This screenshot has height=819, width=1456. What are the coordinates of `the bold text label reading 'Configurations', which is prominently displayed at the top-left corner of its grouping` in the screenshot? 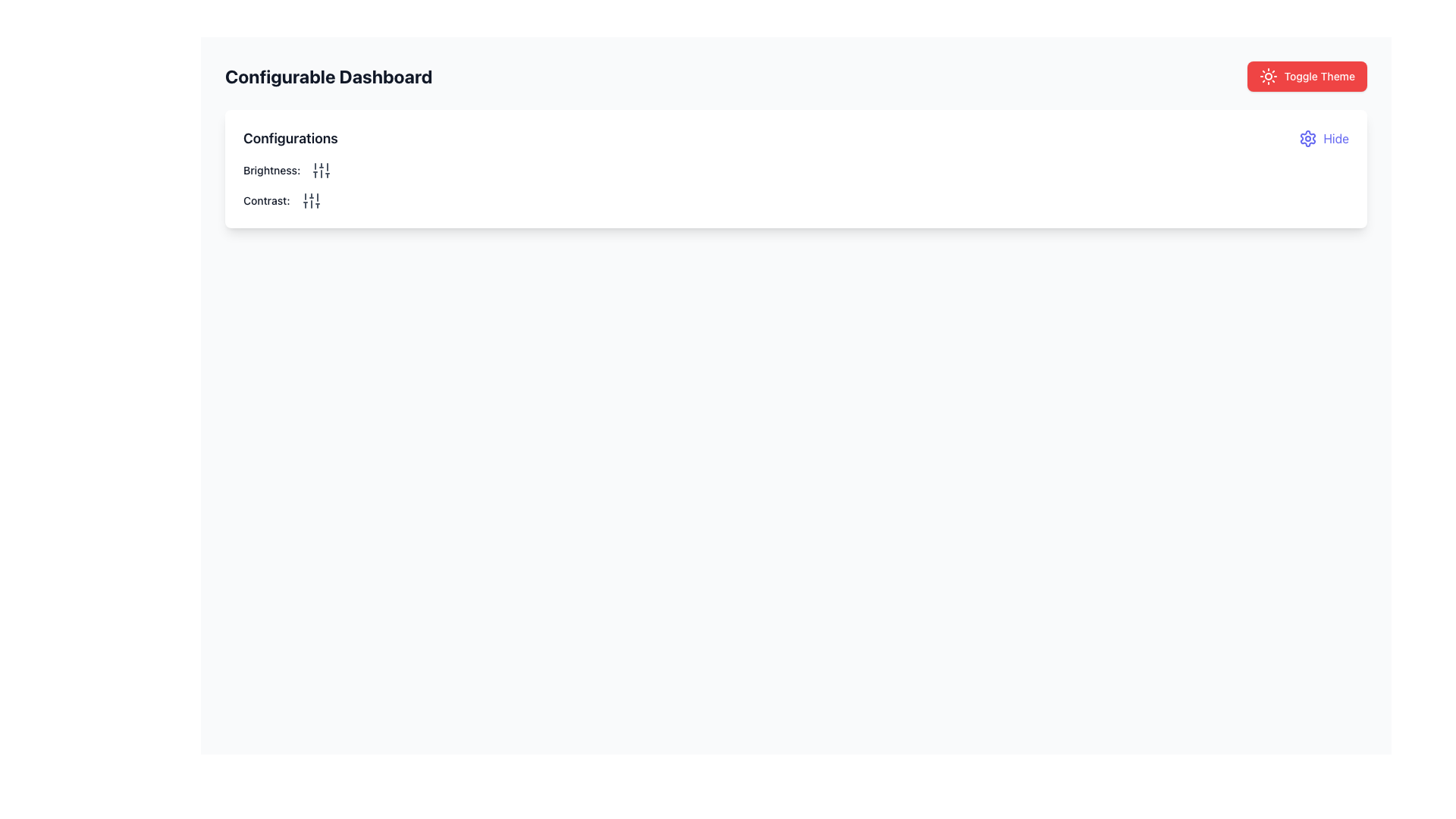 It's located at (290, 138).